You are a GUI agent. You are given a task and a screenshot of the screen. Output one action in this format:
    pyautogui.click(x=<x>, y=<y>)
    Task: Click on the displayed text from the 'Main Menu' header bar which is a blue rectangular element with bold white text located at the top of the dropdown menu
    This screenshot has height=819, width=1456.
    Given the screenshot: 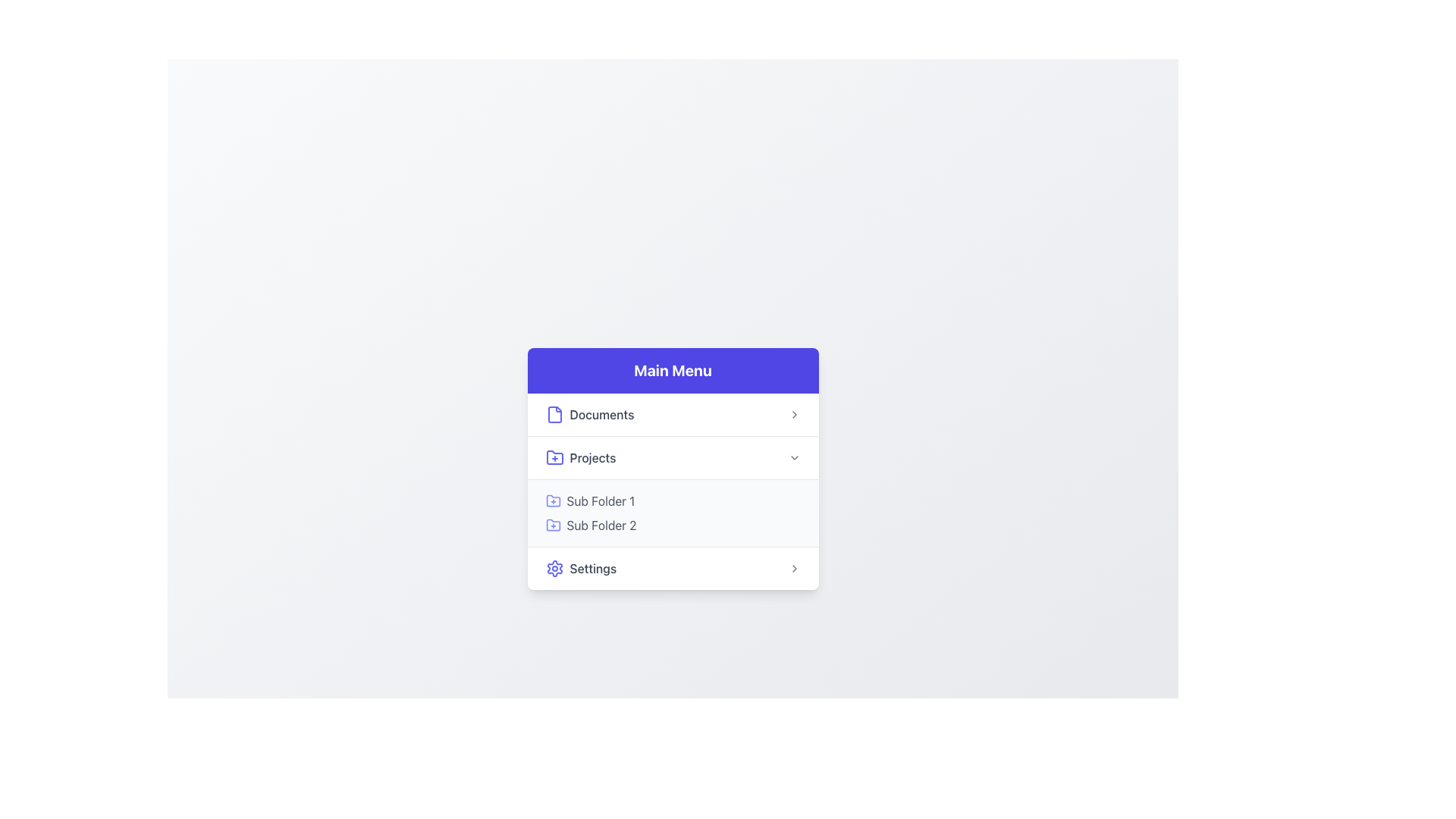 What is the action you would take?
    pyautogui.click(x=672, y=370)
    